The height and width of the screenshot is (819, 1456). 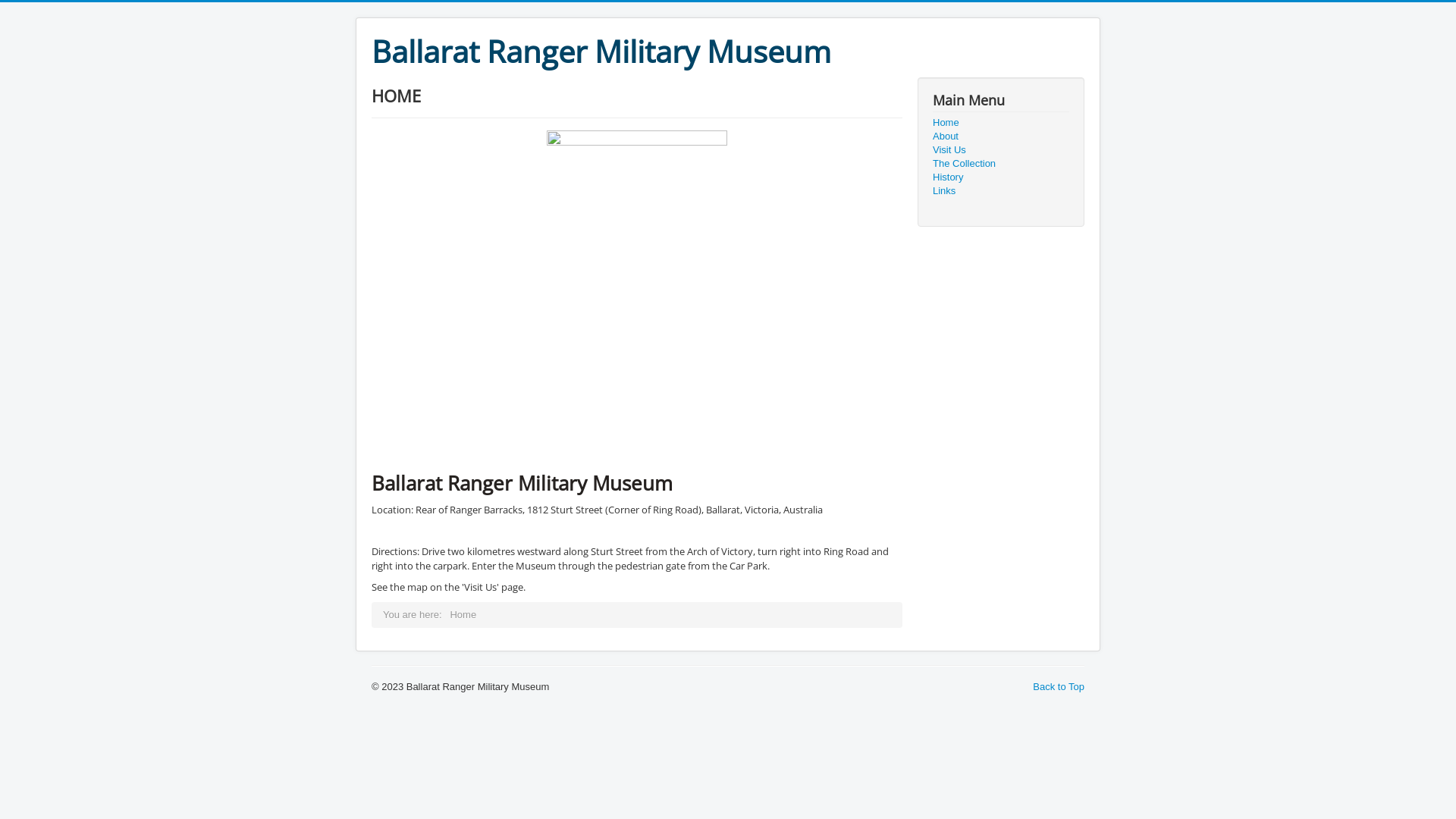 I want to click on 'Visit Us', so click(x=1001, y=149).